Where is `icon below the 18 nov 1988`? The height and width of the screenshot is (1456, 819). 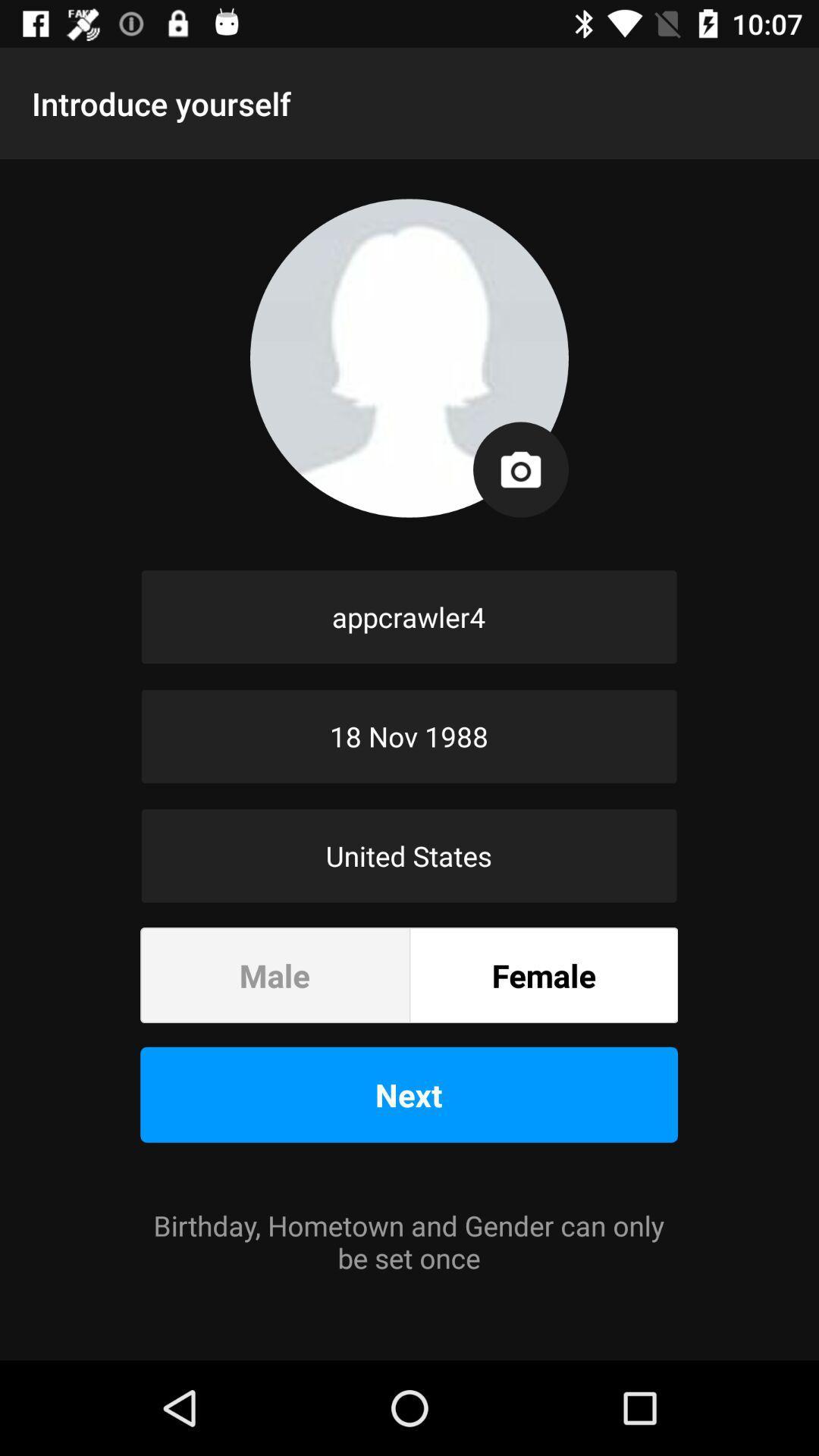 icon below the 18 nov 1988 is located at coordinates (408, 855).